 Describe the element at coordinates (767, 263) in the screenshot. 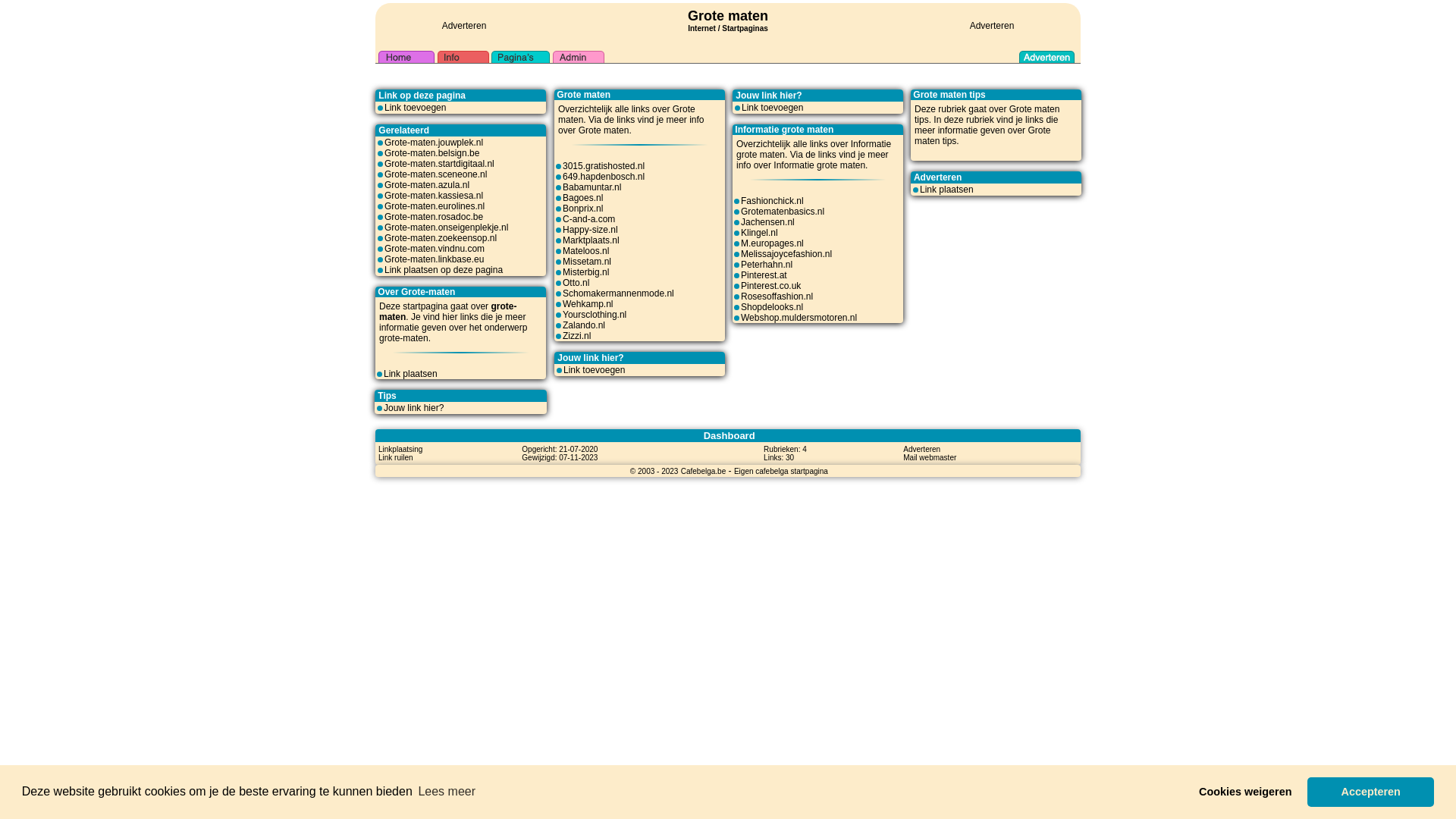

I see `'Peterhahn.nl'` at that location.